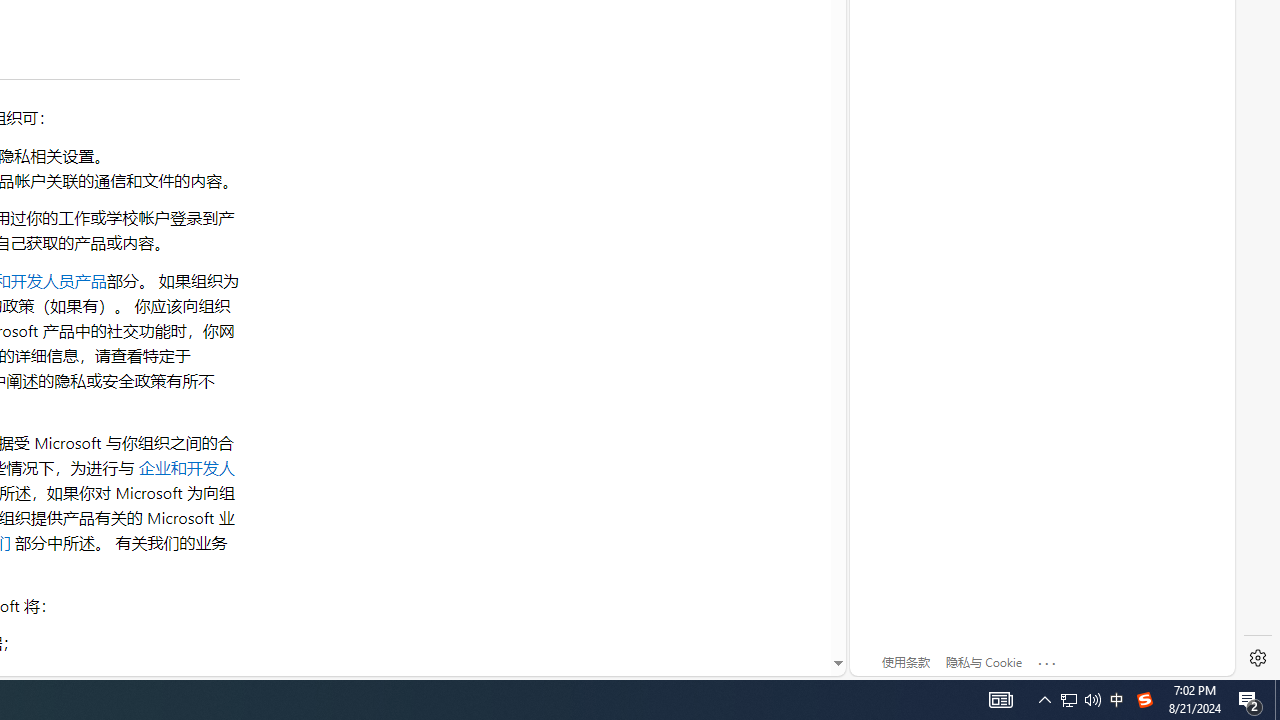  I want to click on 'Action Center, 2 new notifications', so click(1250, 698).